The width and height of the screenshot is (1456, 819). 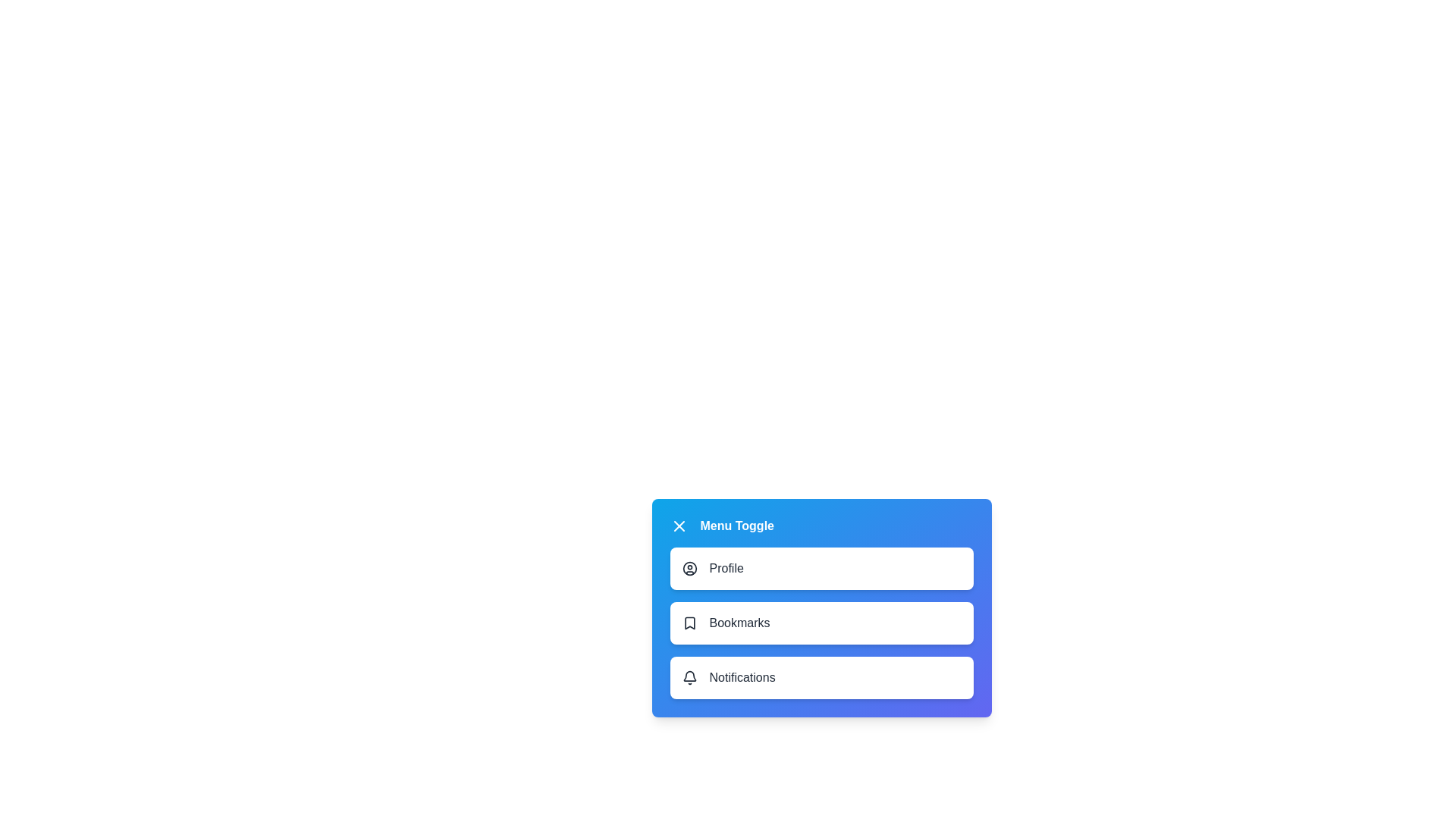 What do you see at coordinates (821, 677) in the screenshot?
I see `the menu item labeled Notifications to select it` at bounding box center [821, 677].